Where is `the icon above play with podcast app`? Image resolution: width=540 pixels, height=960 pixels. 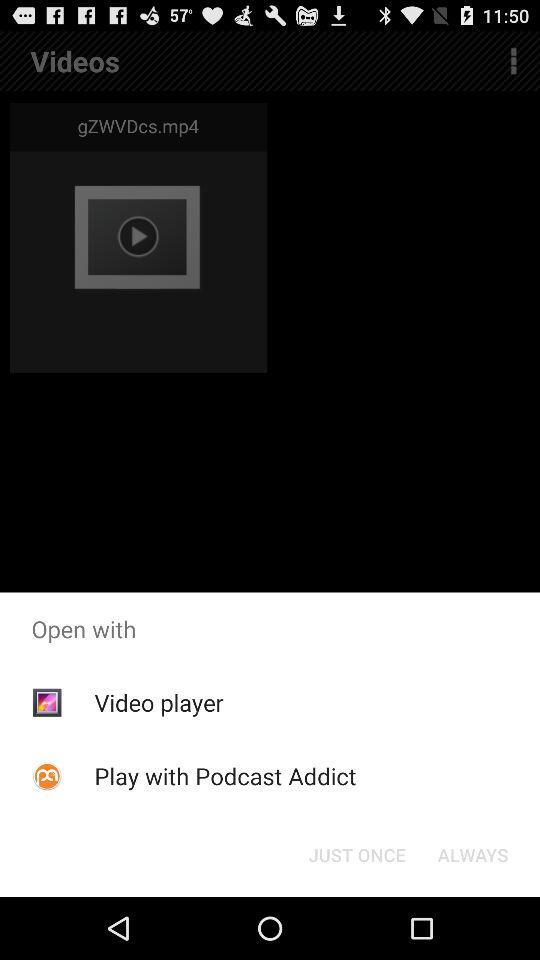 the icon above play with podcast app is located at coordinates (157, 702).